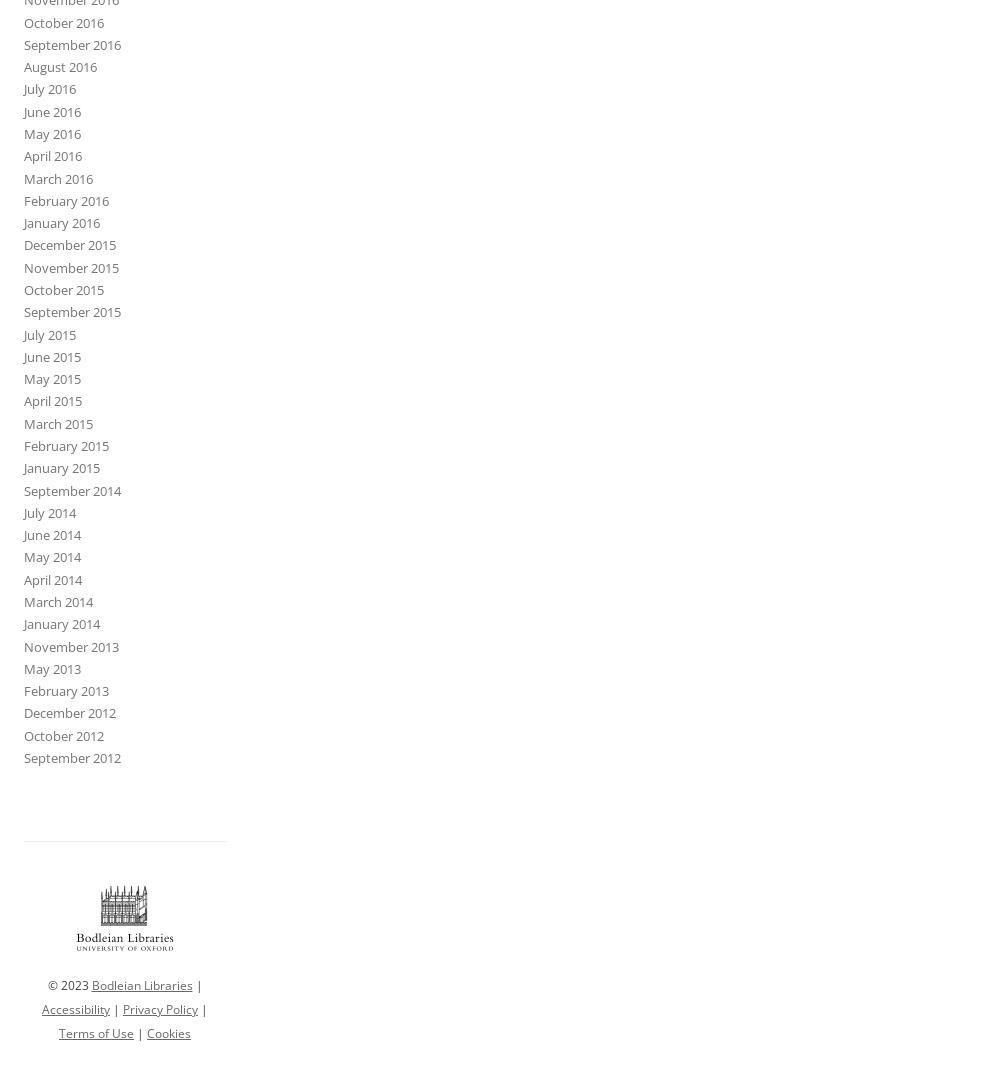 The height and width of the screenshot is (1065, 1008). Describe the element at coordinates (52, 534) in the screenshot. I see `'June 2014'` at that location.